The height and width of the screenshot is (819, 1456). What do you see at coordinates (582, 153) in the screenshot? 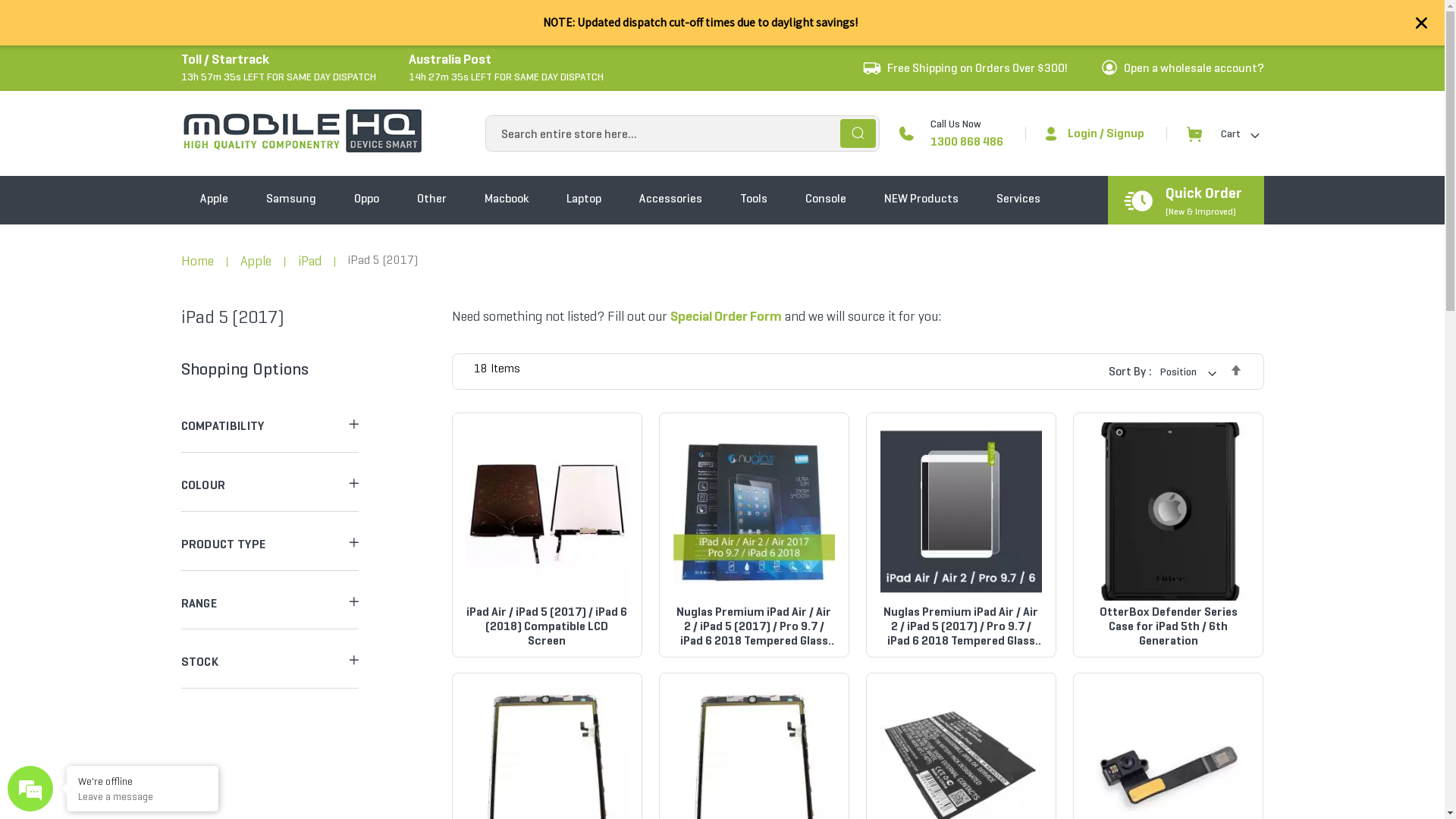
I see `'Laptop'` at bounding box center [582, 153].